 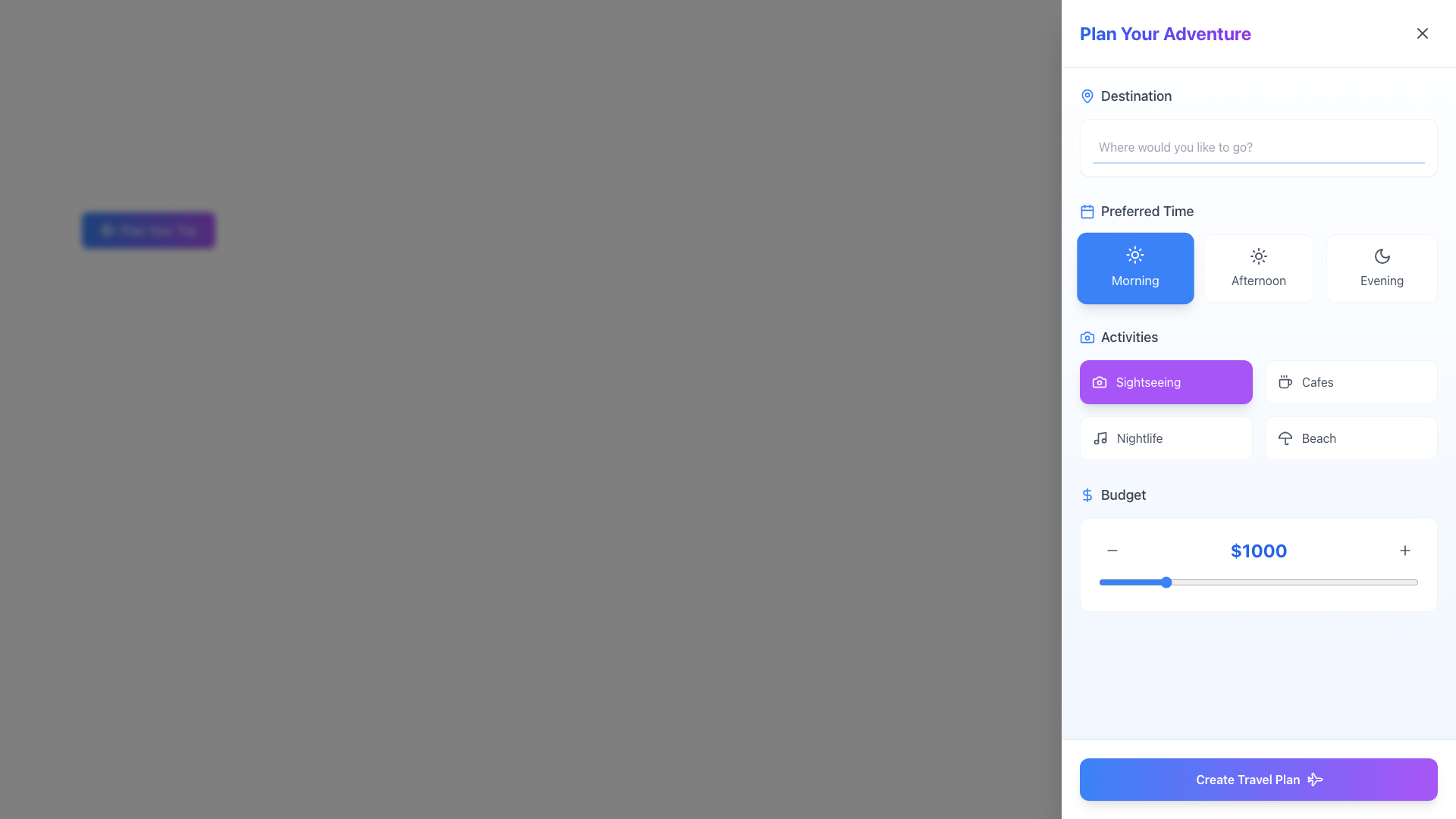 I want to click on the increment budget button located at the far right of the 'Budget' section, next to the displayed value of '$1000', so click(x=1404, y=550).